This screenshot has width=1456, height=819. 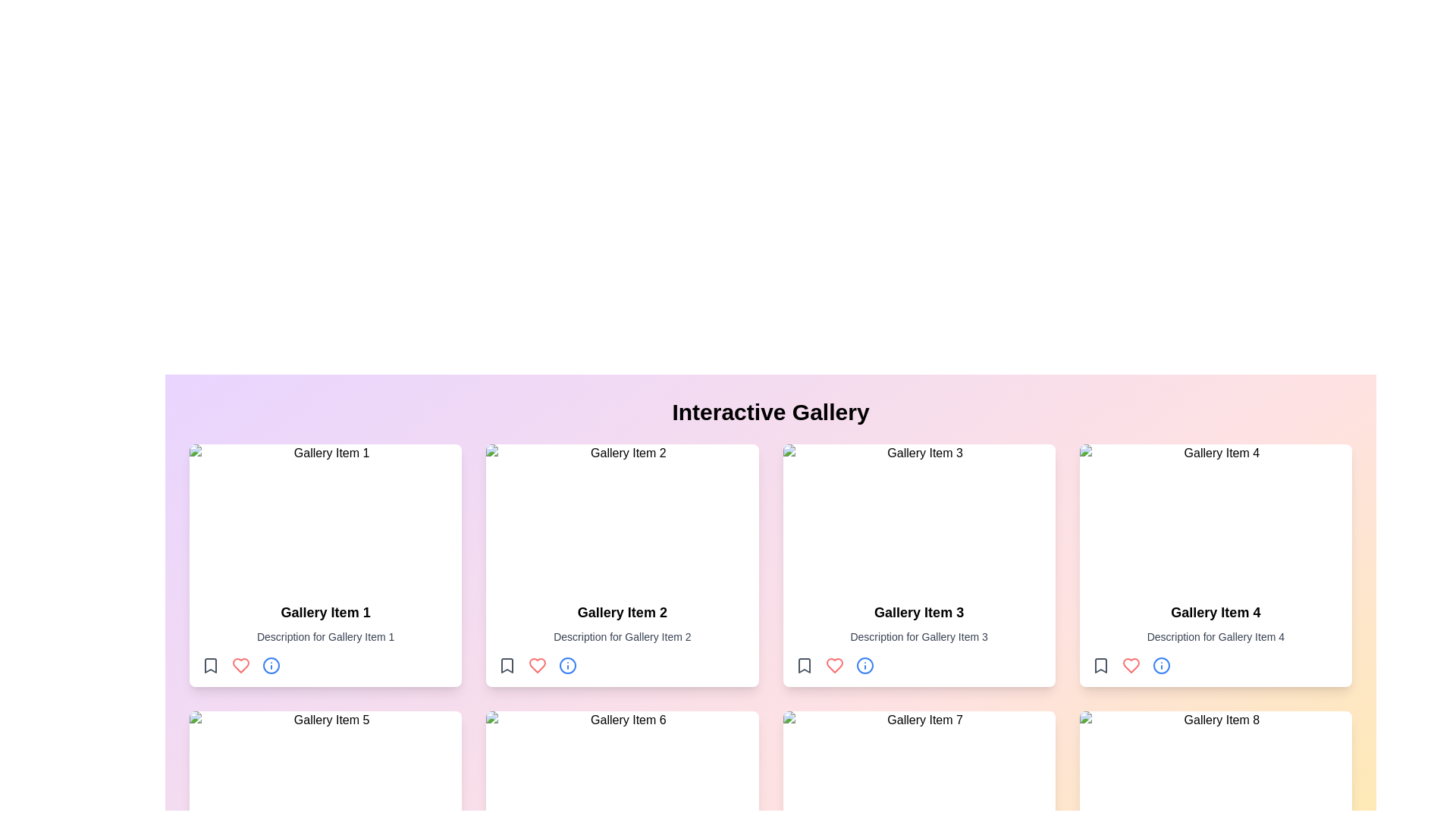 What do you see at coordinates (833, 665) in the screenshot?
I see `the 'like' button located centrally beneath the description text of the third item in the gallery to mark it as liked or favored` at bounding box center [833, 665].